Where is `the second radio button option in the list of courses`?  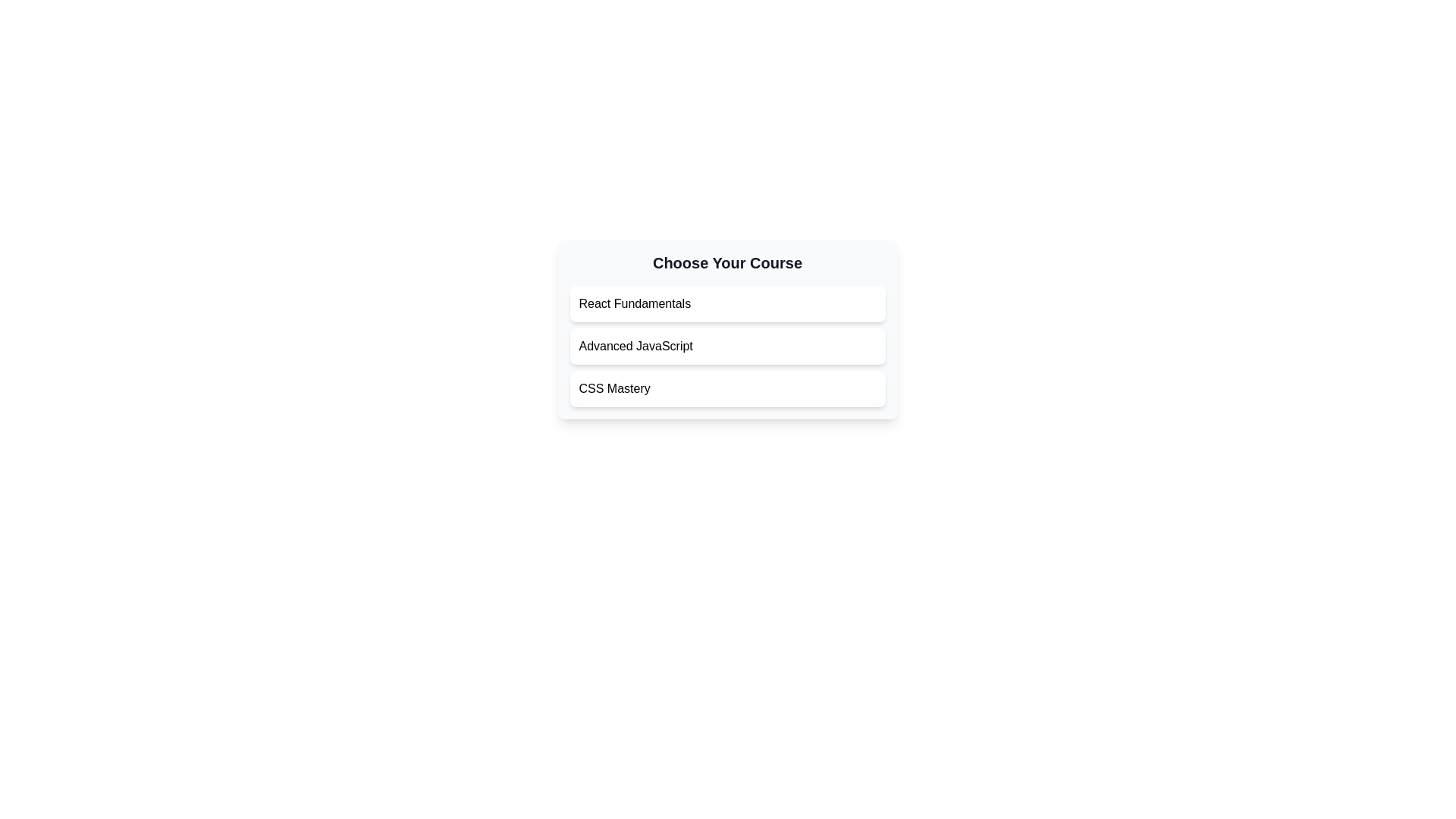 the second radio button option in the list of courses is located at coordinates (726, 346).